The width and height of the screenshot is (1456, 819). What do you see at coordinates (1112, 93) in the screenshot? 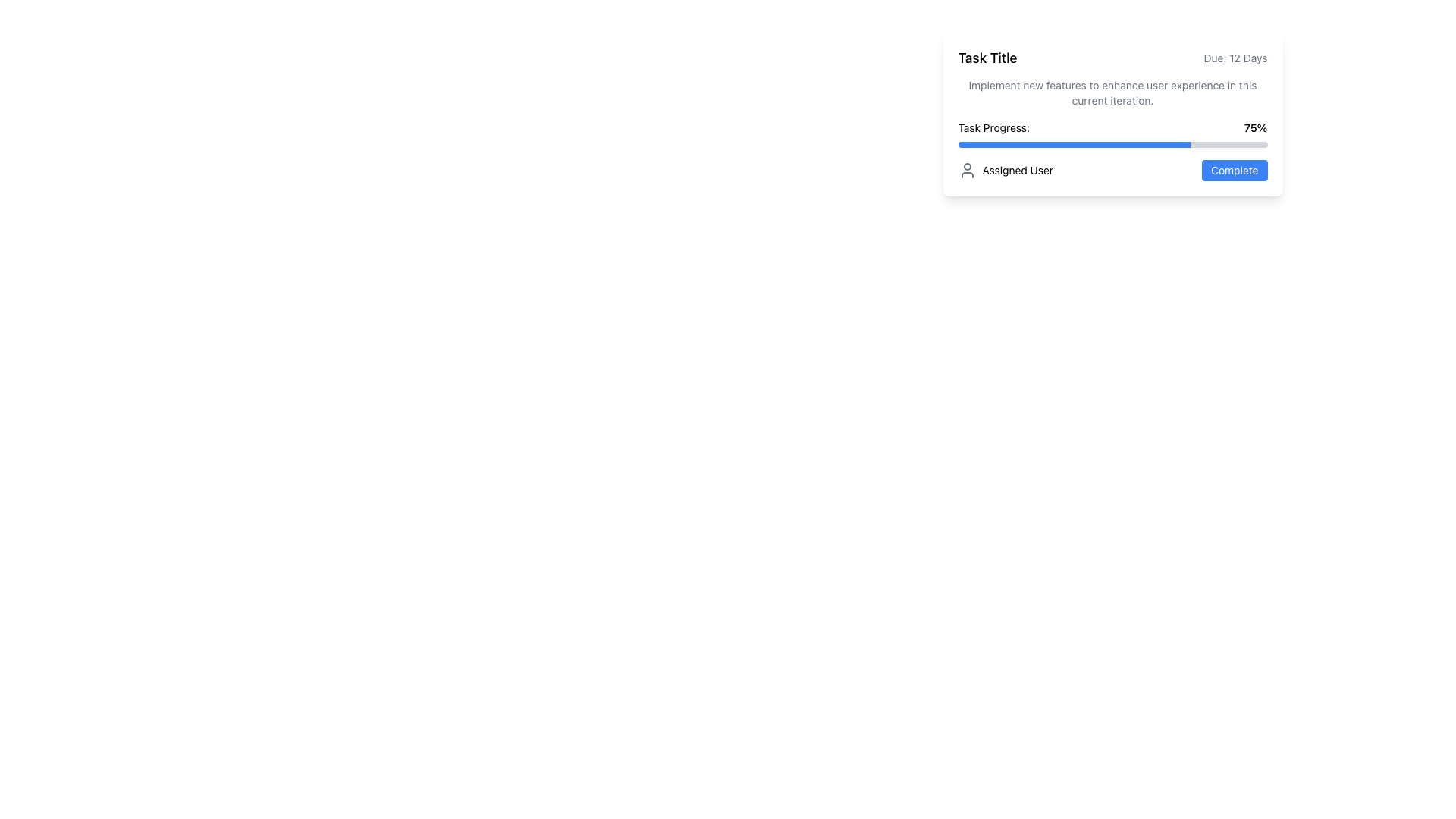
I see `the Text Label that provides a brief description of the task, located directly under the 'Task Title' and above the 'Task Progress:' section` at bounding box center [1112, 93].